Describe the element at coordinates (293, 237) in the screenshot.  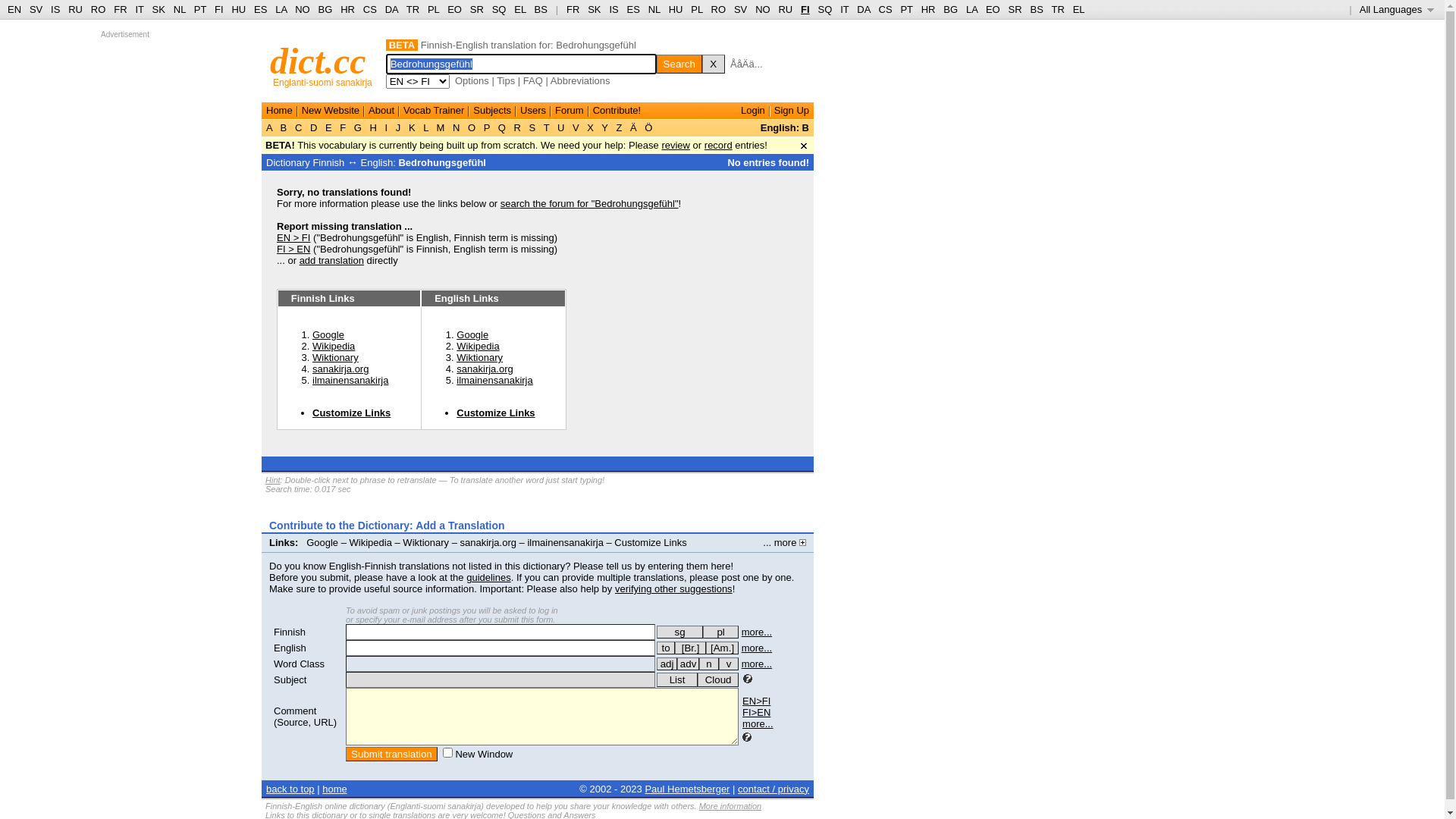
I see `'EN > FI'` at that location.